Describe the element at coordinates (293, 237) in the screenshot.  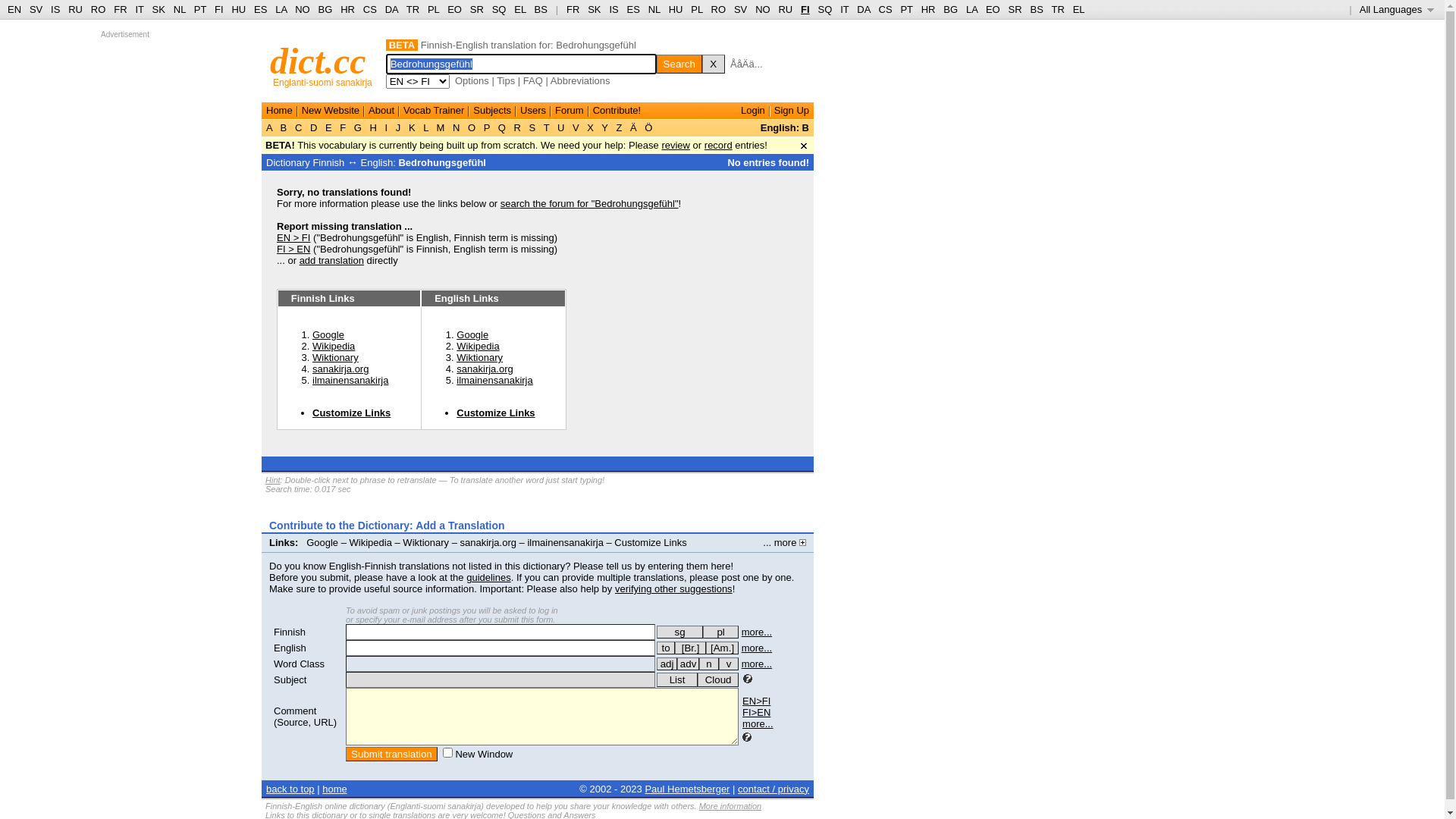
I see `'EN > FI'` at that location.